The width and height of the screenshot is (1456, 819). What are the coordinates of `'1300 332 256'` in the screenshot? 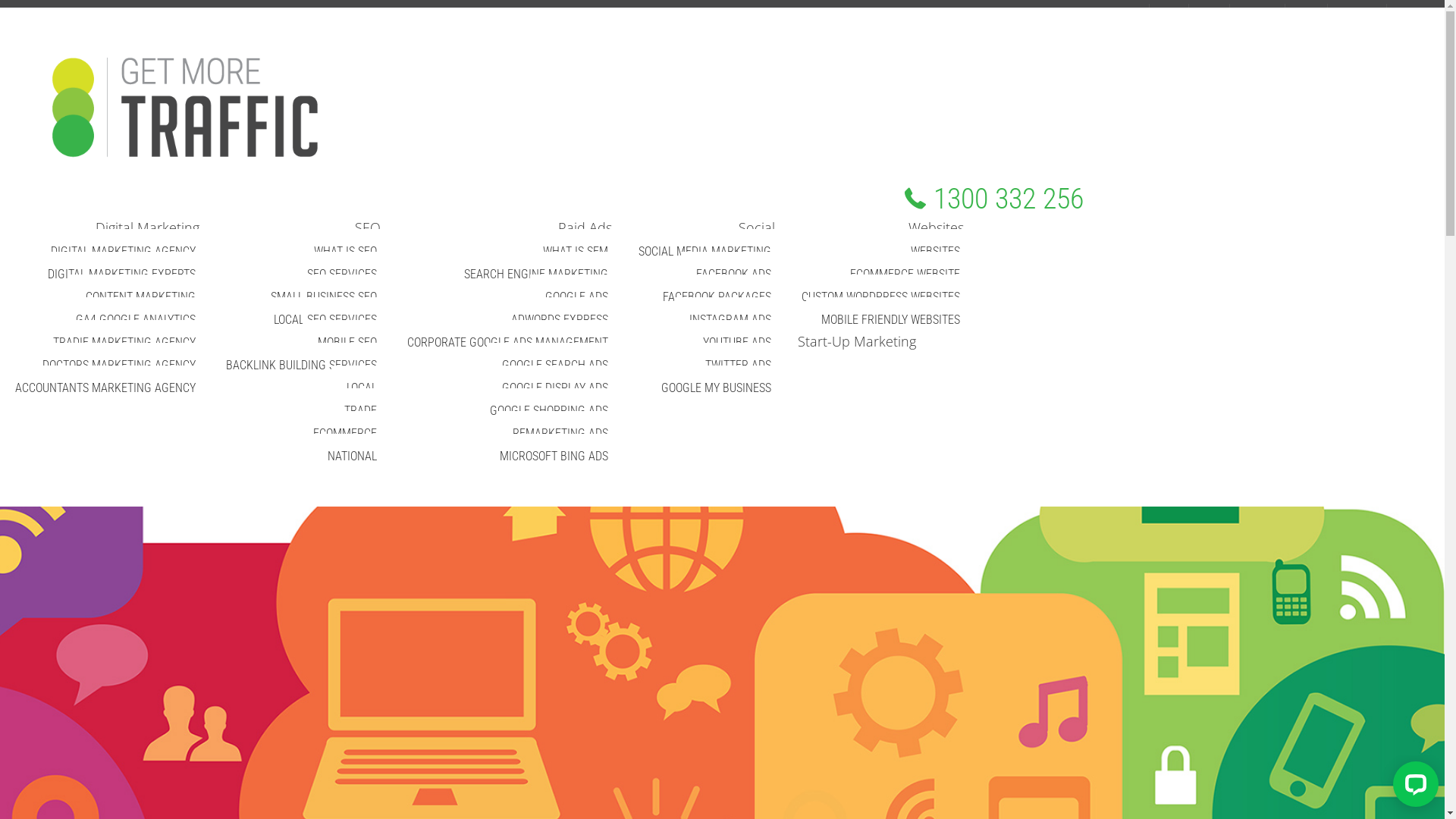 It's located at (993, 198).